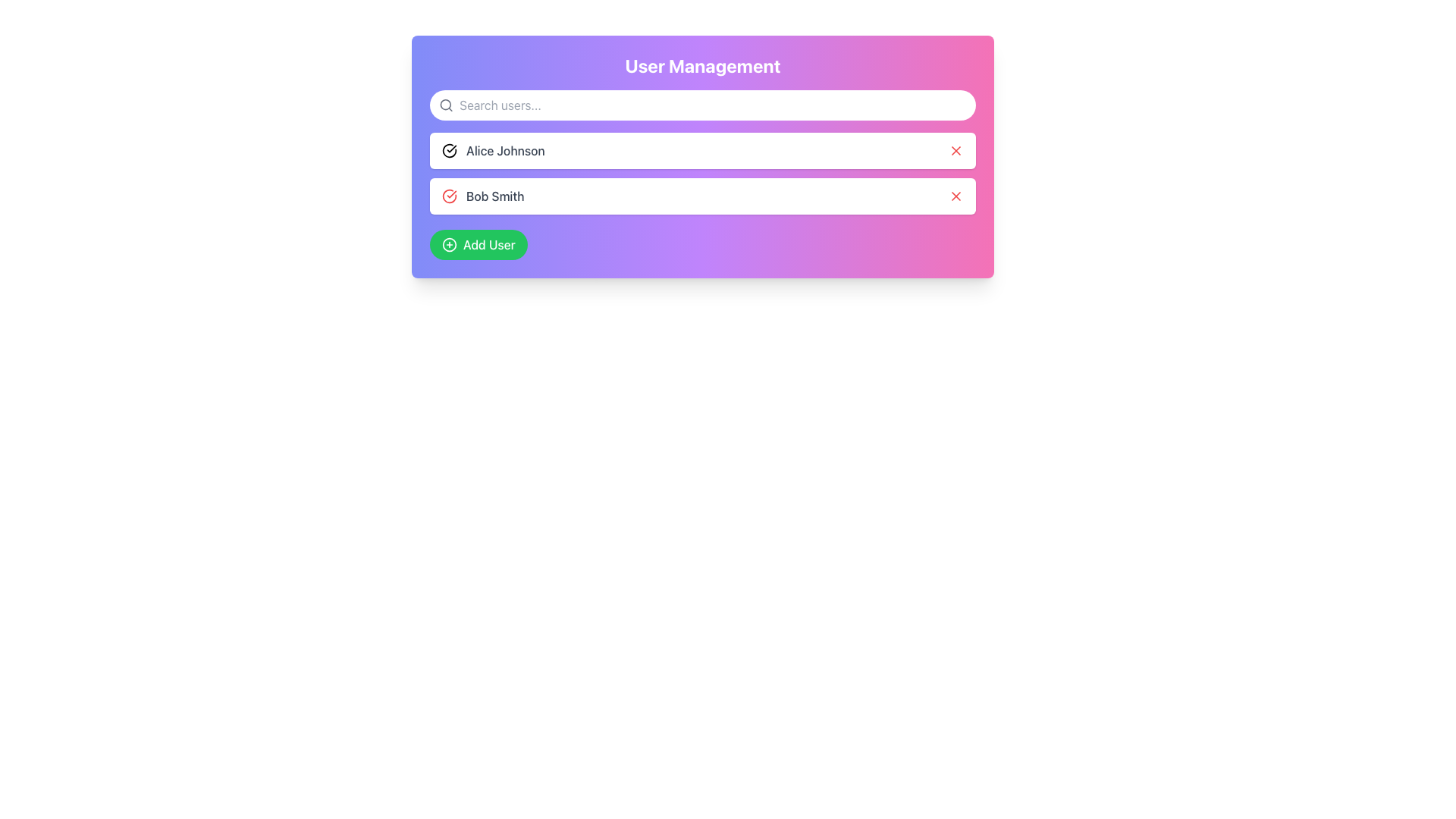  What do you see at coordinates (444, 104) in the screenshot?
I see `the SVG Circle that represents the lens component of the magnifying glass icon in the user management section's search bar` at bounding box center [444, 104].